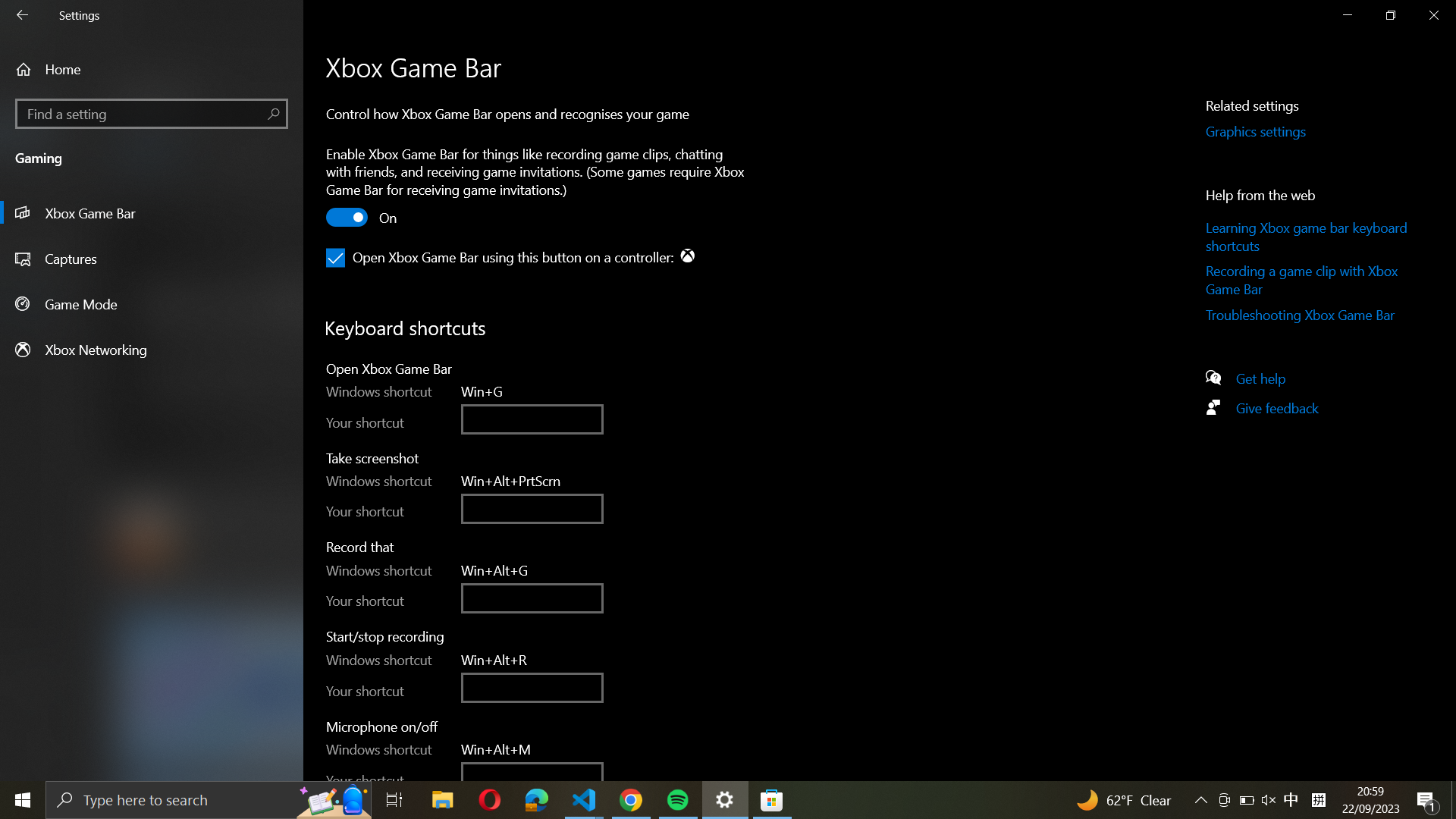 Image resolution: width=1456 pixels, height=819 pixels. What do you see at coordinates (1308, 237) in the screenshot?
I see `the Learning Xbox Game Bar Keyboard Shortcuts page` at bounding box center [1308, 237].